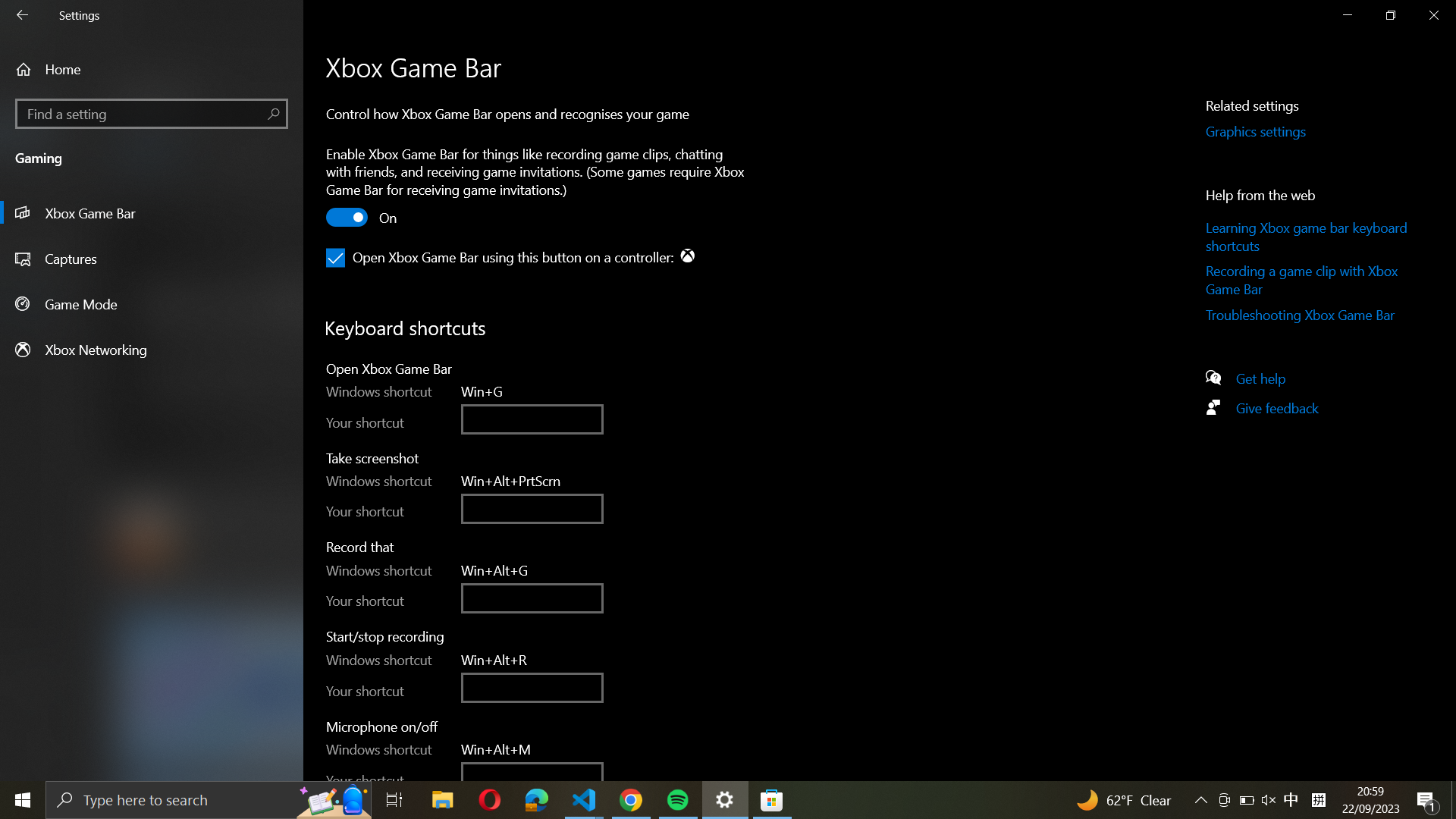 Image resolution: width=1456 pixels, height=819 pixels. What do you see at coordinates (1308, 237) in the screenshot?
I see `the Learning Xbox Game Bar Keyboard Shortcuts page` at bounding box center [1308, 237].